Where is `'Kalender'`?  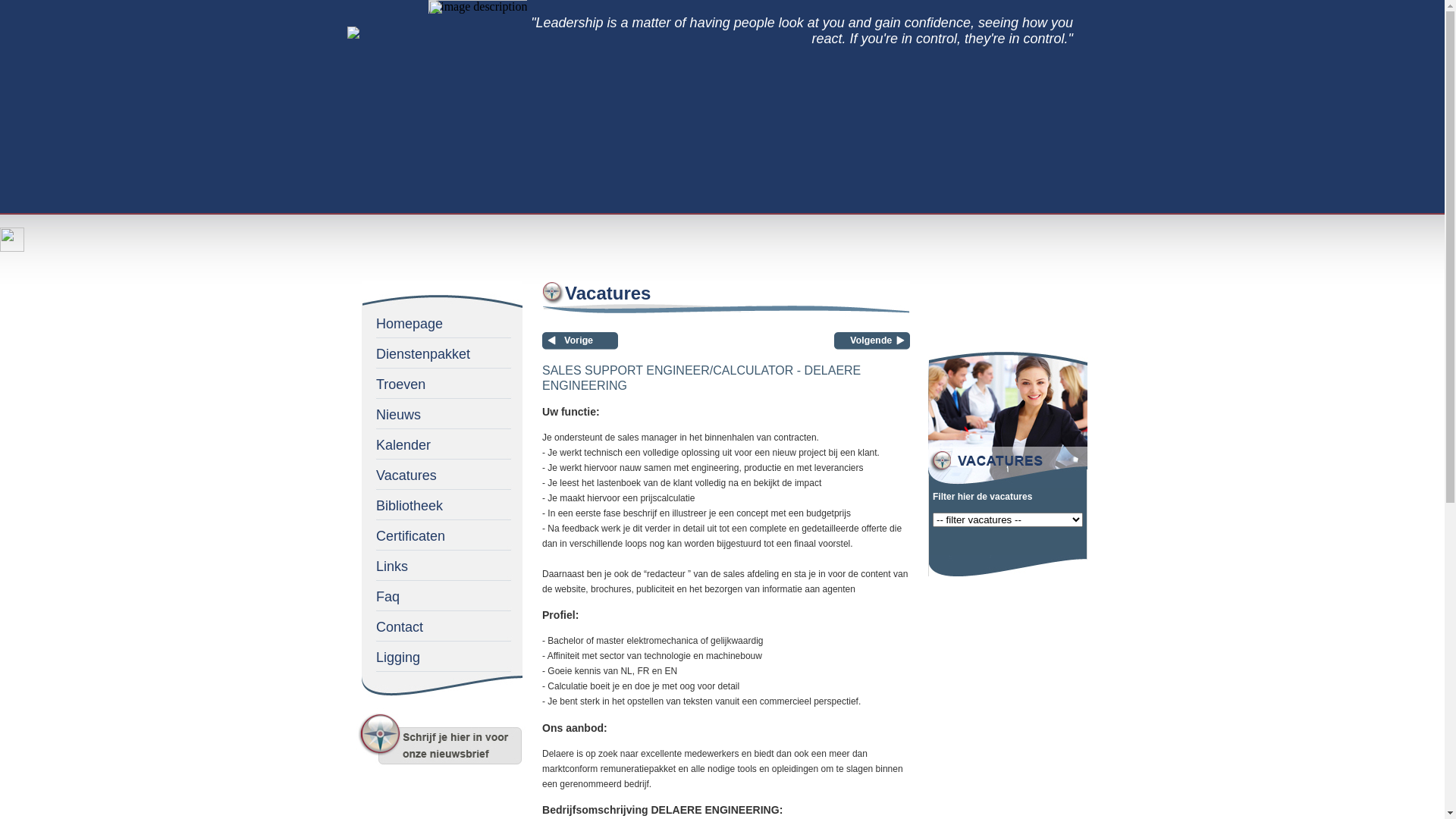 'Kalender' is located at coordinates (441, 441).